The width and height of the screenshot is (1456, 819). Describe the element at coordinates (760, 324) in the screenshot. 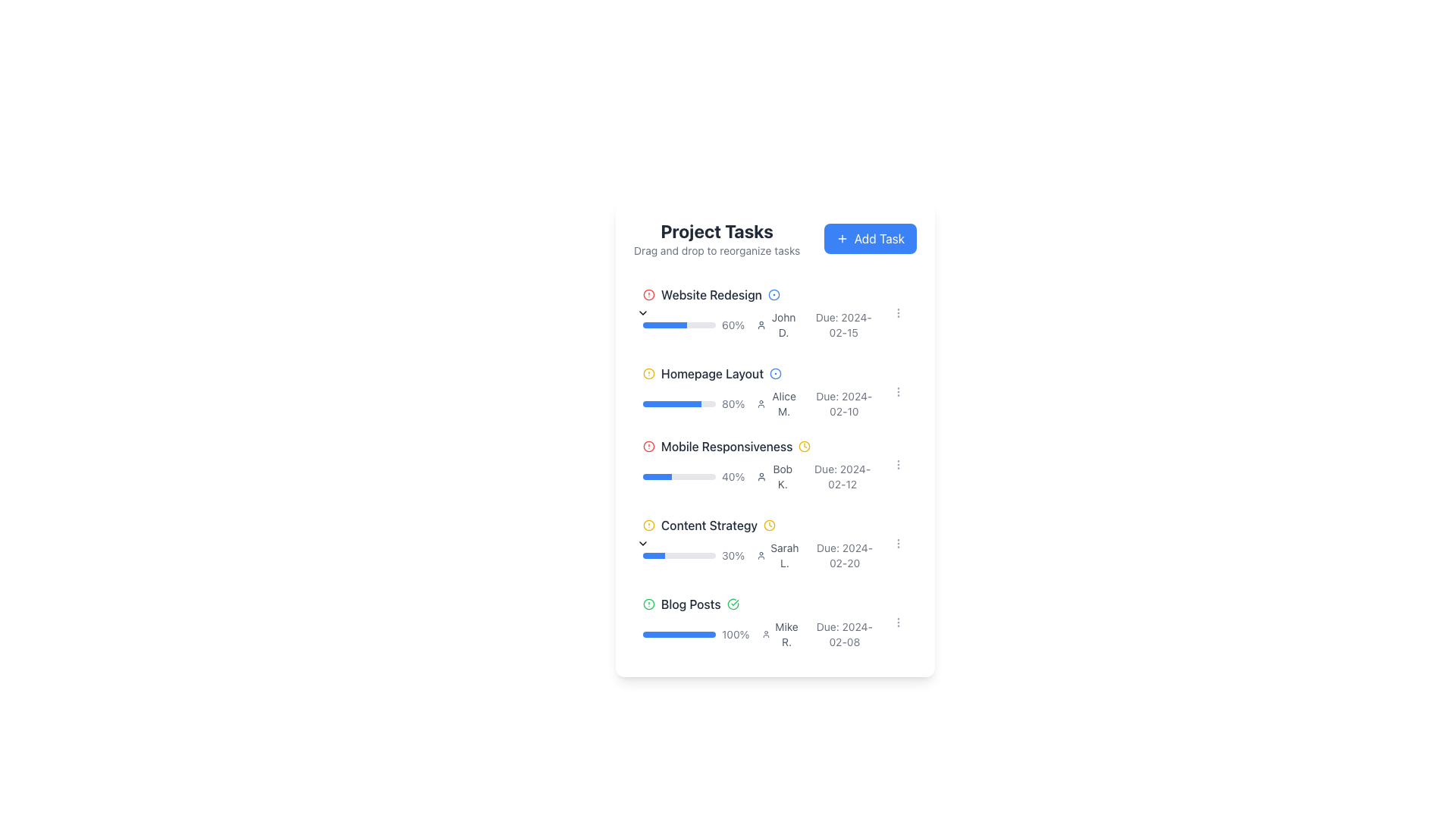

I see `the user avatar icon in the task component for 'Website Redesign', which includes a progress bar showing '60%', the name 'John D.', and a due date of '2024-02-15'` at that location.